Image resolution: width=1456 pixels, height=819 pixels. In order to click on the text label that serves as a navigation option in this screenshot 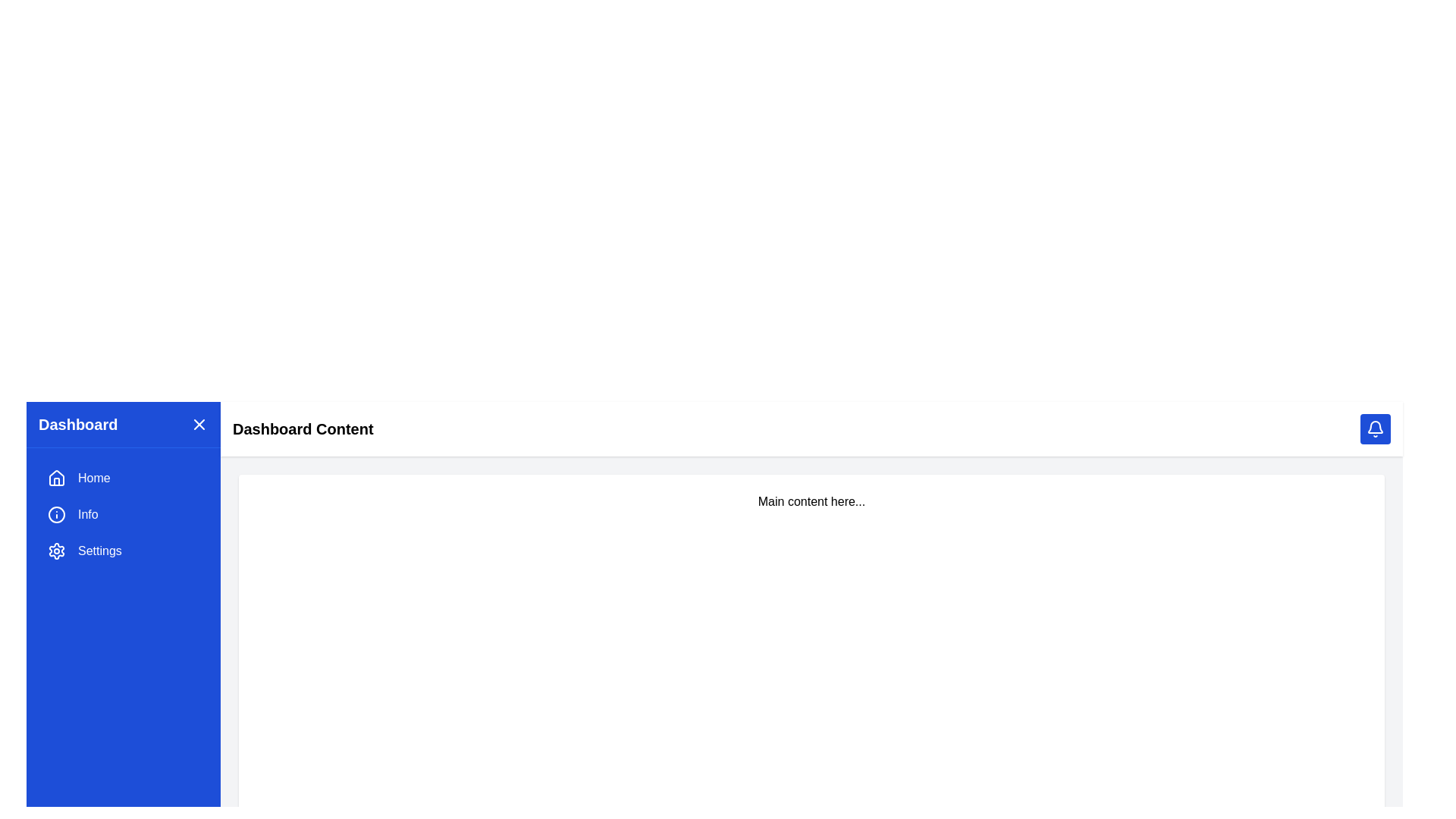, I will do `click(99, 551)`.